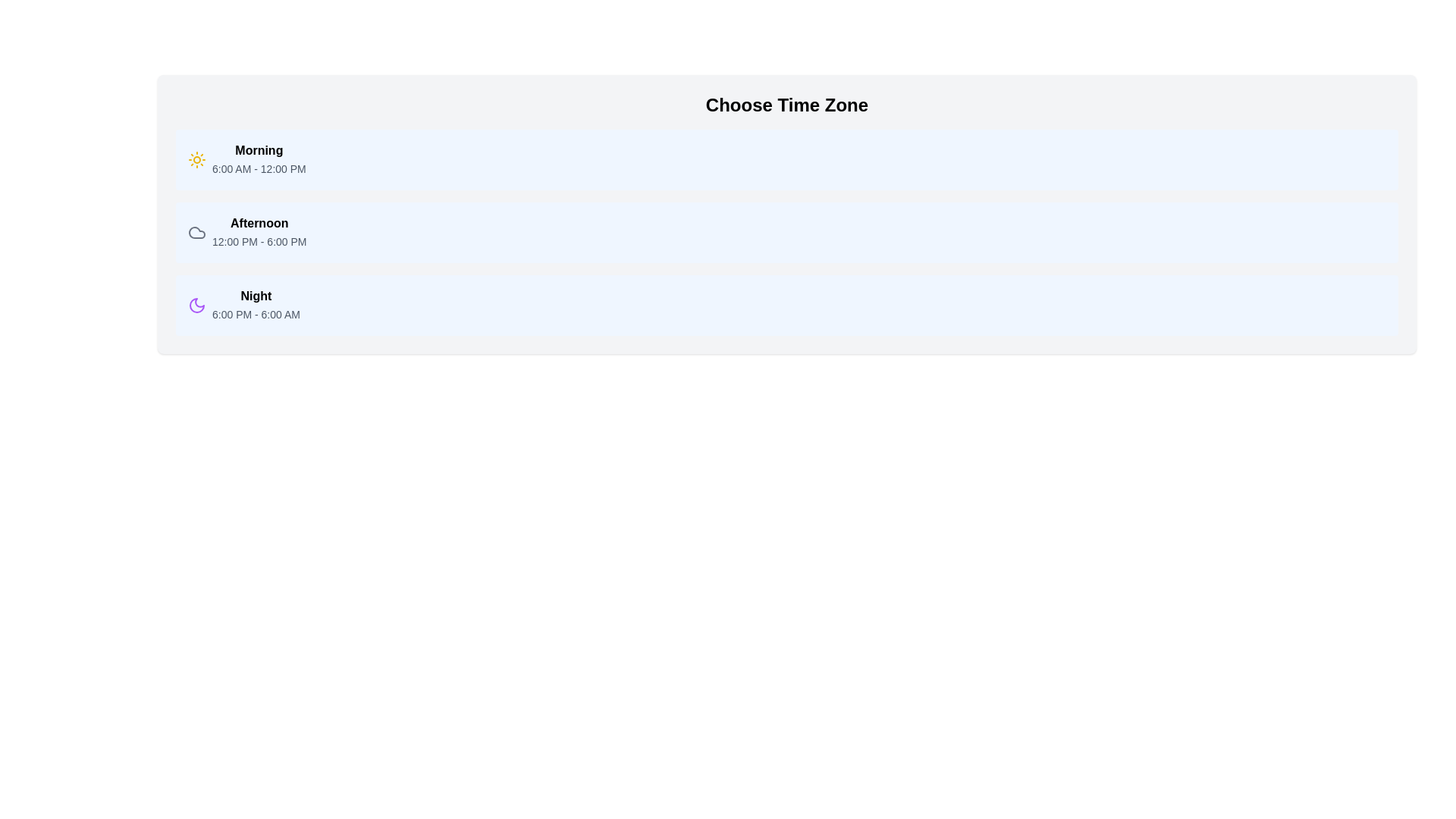 This screenshot has height=819, width=1456. What do you see at coordinates (196, 305) in the screenshot?
I see `the purple moon icon located in the 'Night 6:00 PM - 6:00 AM' section, which is styled with a thin outline and has a circular shape` at bounding box center [196, 305].